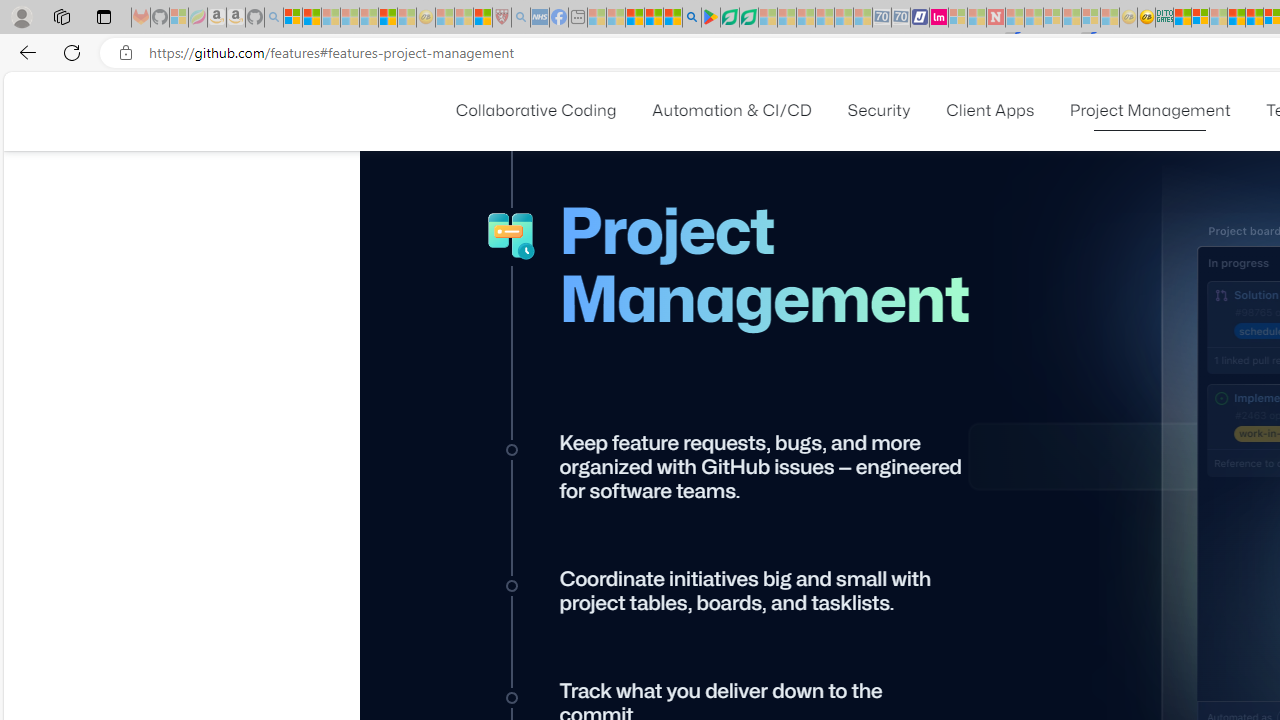 This screenshot has width=1280, height=720. What do you see at coordinates (21, 16) in the screenshot?
I see `'Personal Profile'` at bounding box center [21, 16].